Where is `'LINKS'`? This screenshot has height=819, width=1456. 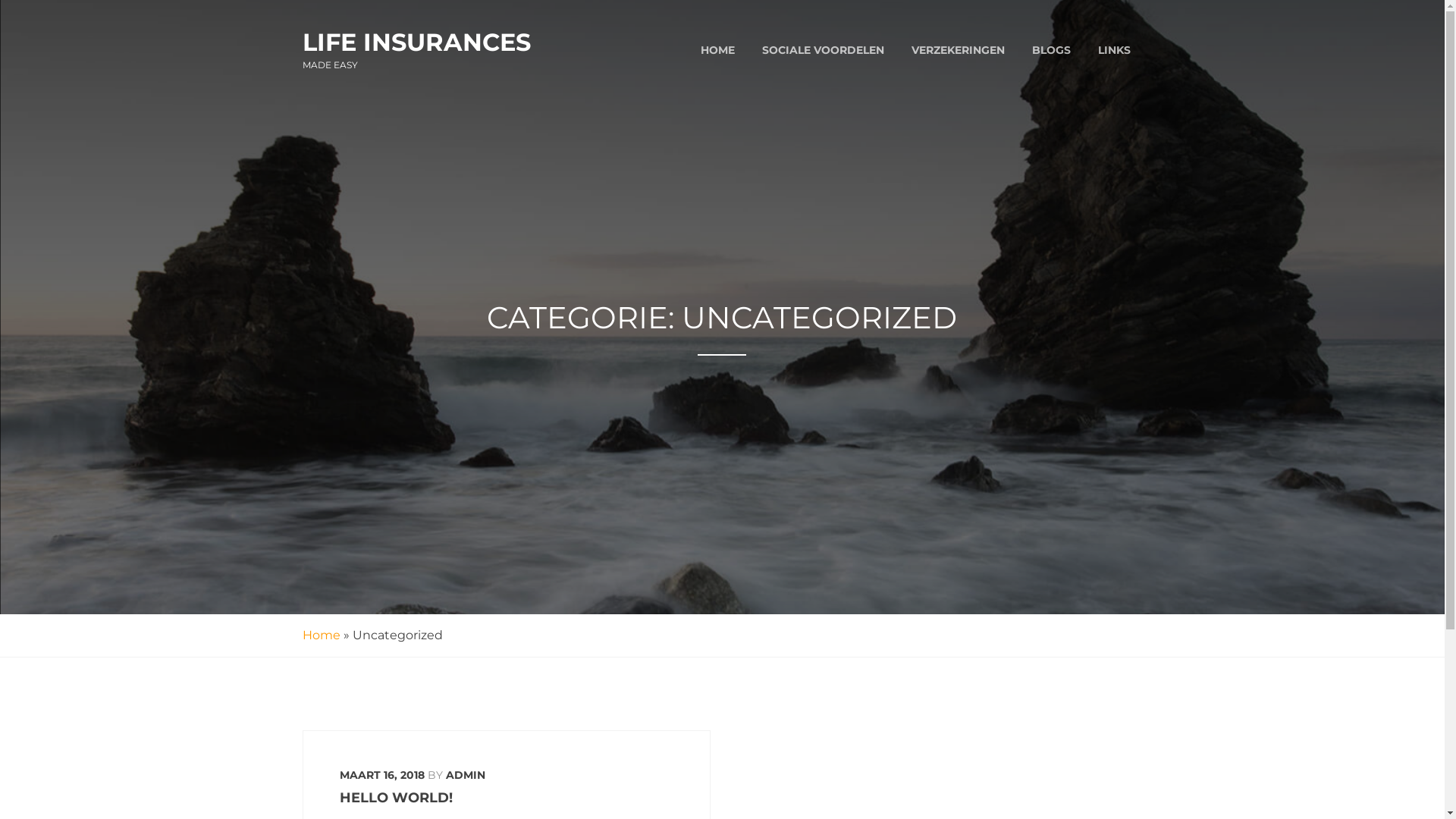
'LINKS' is located at coordinates (1114, 49).